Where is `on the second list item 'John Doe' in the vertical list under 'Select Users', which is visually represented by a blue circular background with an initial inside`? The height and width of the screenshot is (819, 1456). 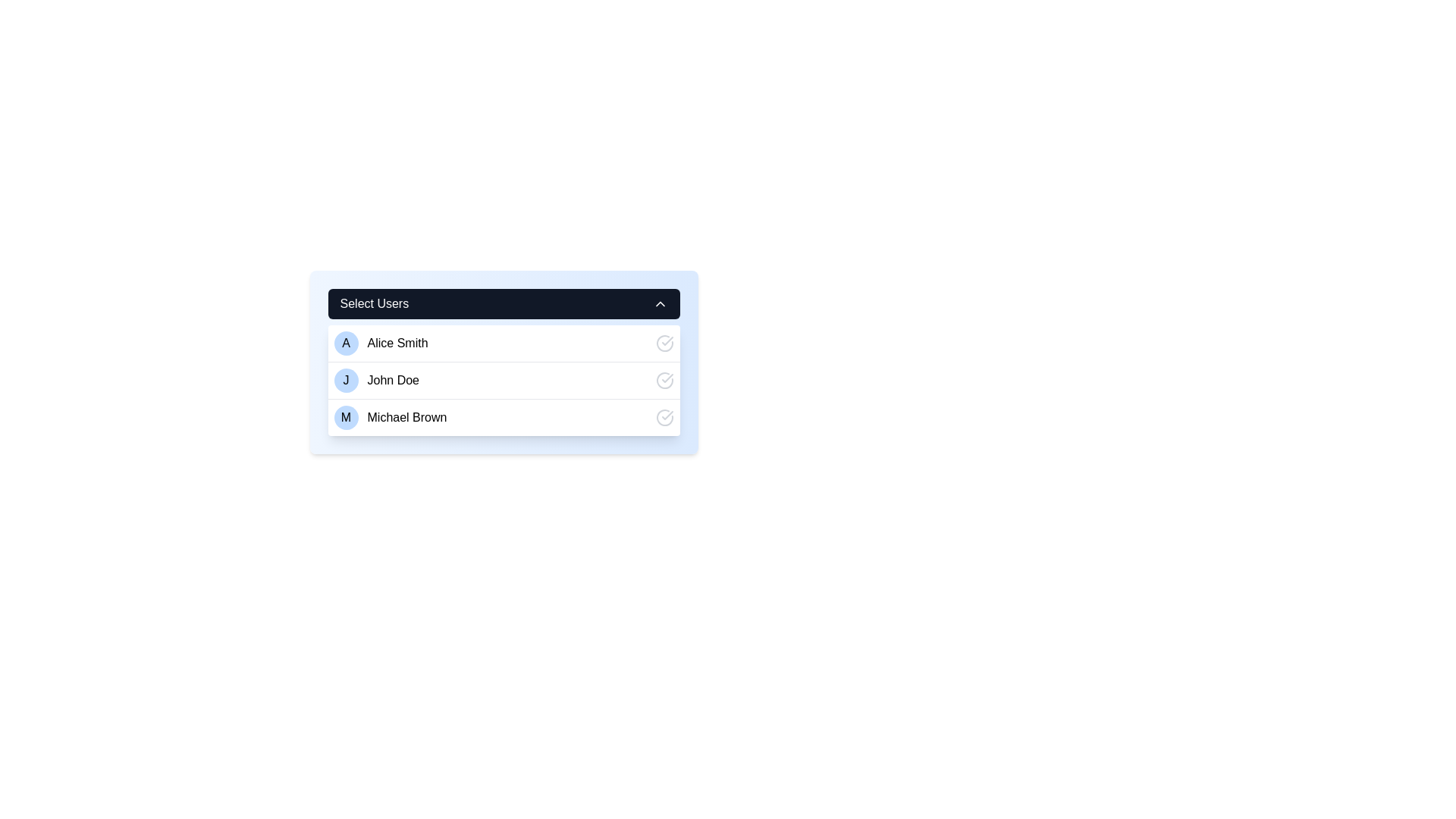
on the second list item 'John Doe' in the vertical list under 'Select Users', which is visually represented by a blue circular background with an initial inside is located at coordinates (504, 379).